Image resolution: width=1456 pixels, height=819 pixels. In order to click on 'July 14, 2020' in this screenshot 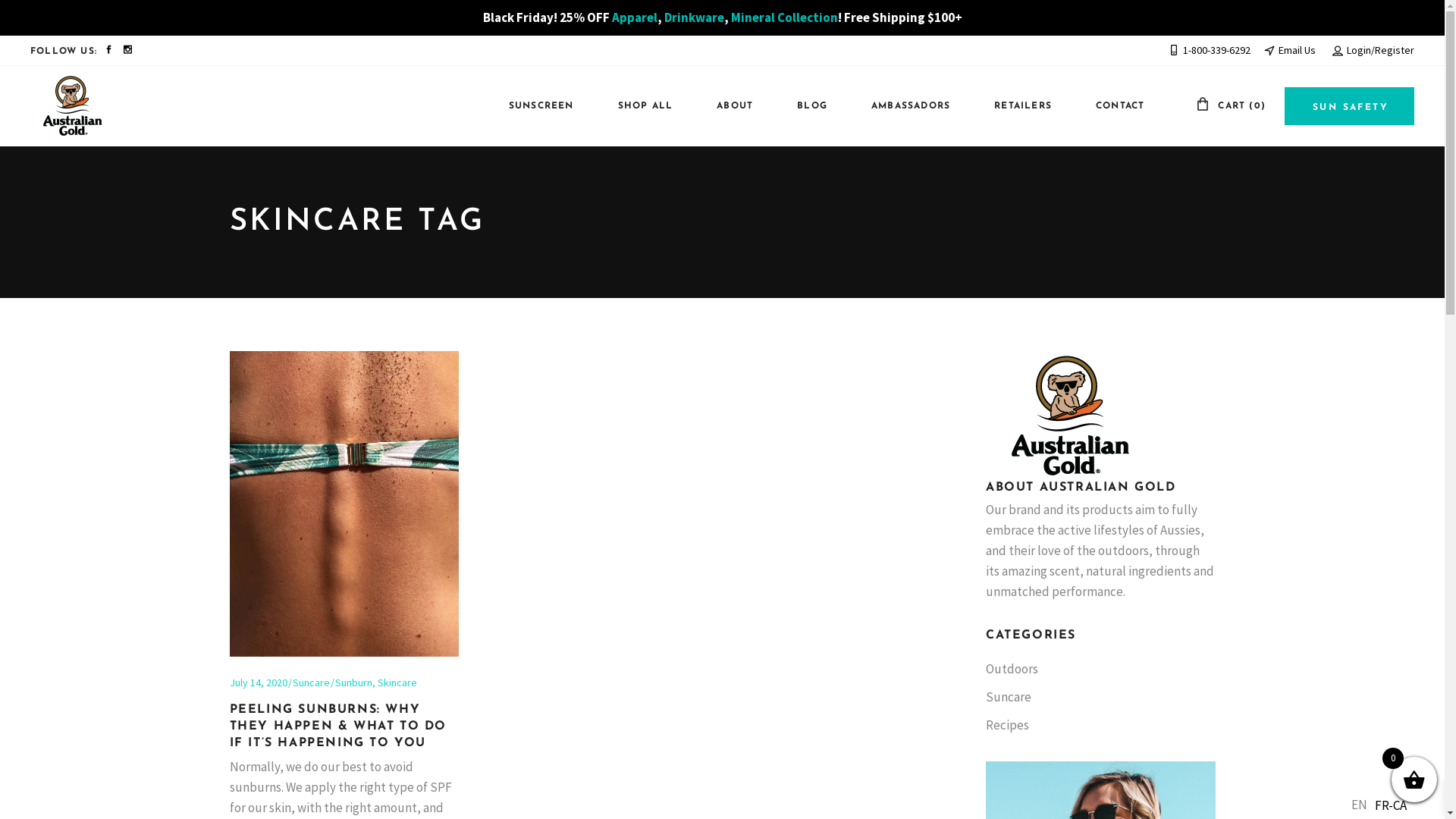, I will do `click(258, 681)`.